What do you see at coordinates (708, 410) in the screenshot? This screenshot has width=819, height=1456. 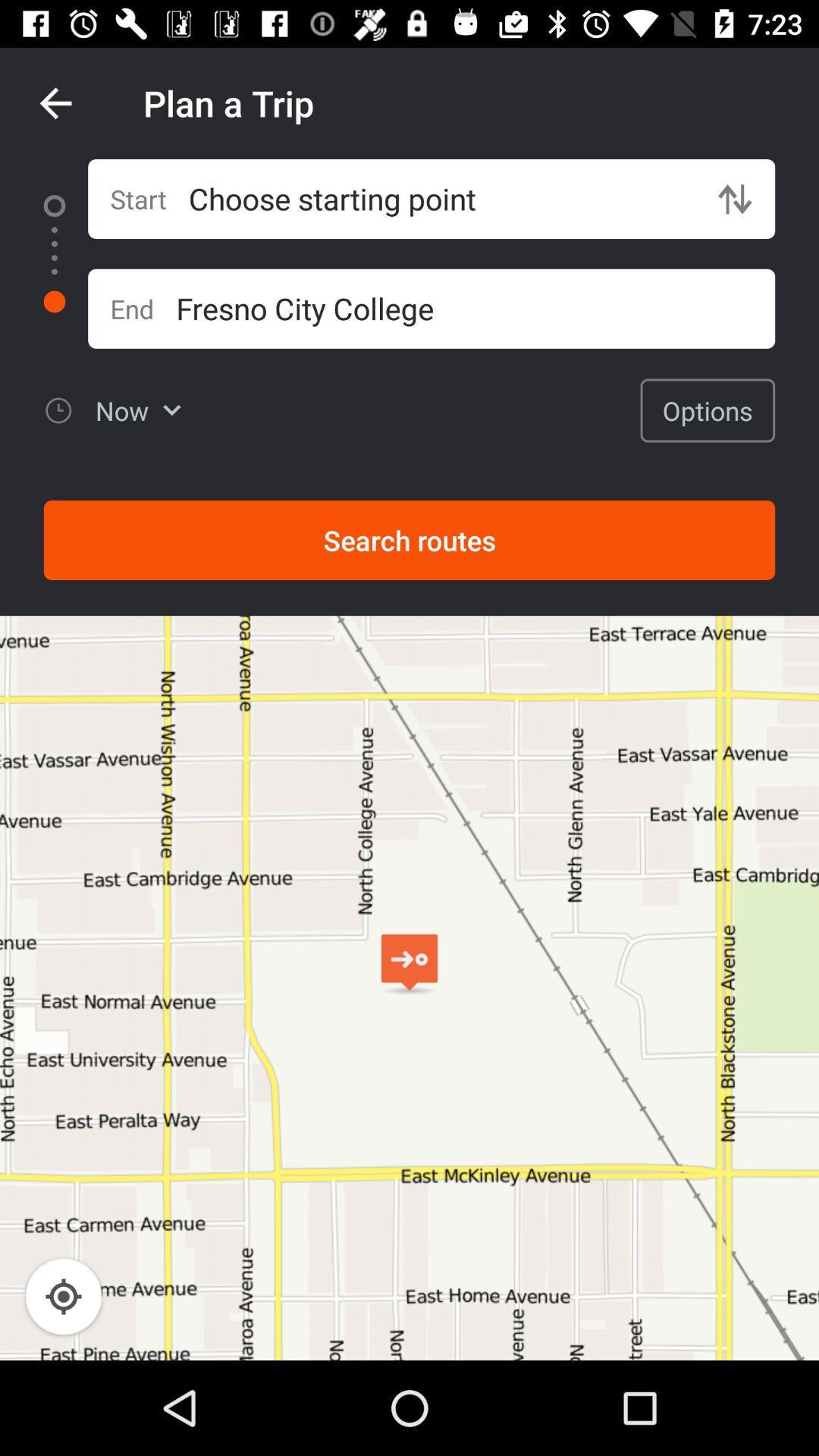 I see `item above the search routes item` at bounding box center [708, 410].